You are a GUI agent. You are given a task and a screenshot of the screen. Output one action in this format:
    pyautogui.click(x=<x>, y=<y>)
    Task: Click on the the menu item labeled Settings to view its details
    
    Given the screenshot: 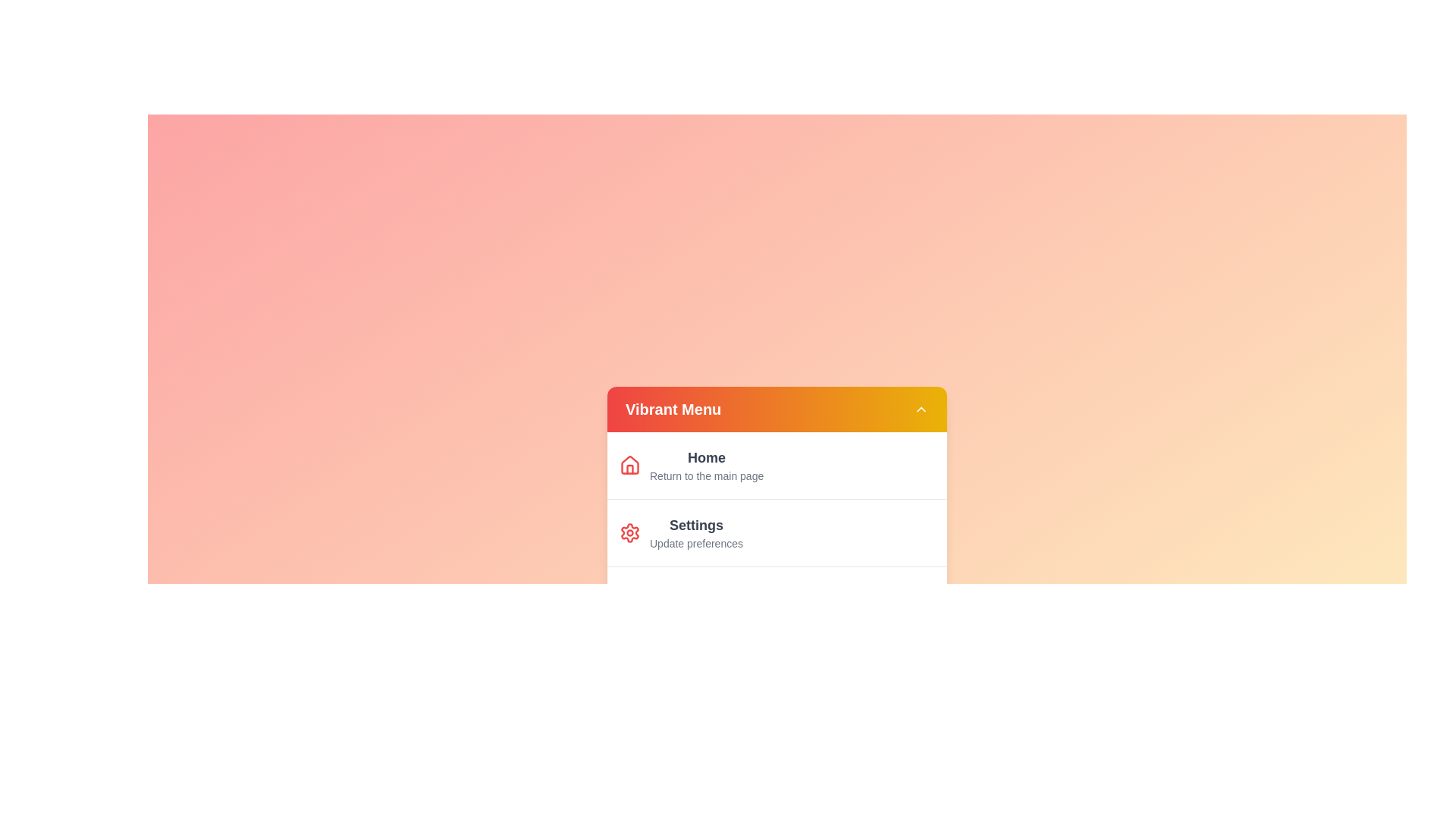 What is the action you would take?
    pyautogui.click(x=705, y=532)
    